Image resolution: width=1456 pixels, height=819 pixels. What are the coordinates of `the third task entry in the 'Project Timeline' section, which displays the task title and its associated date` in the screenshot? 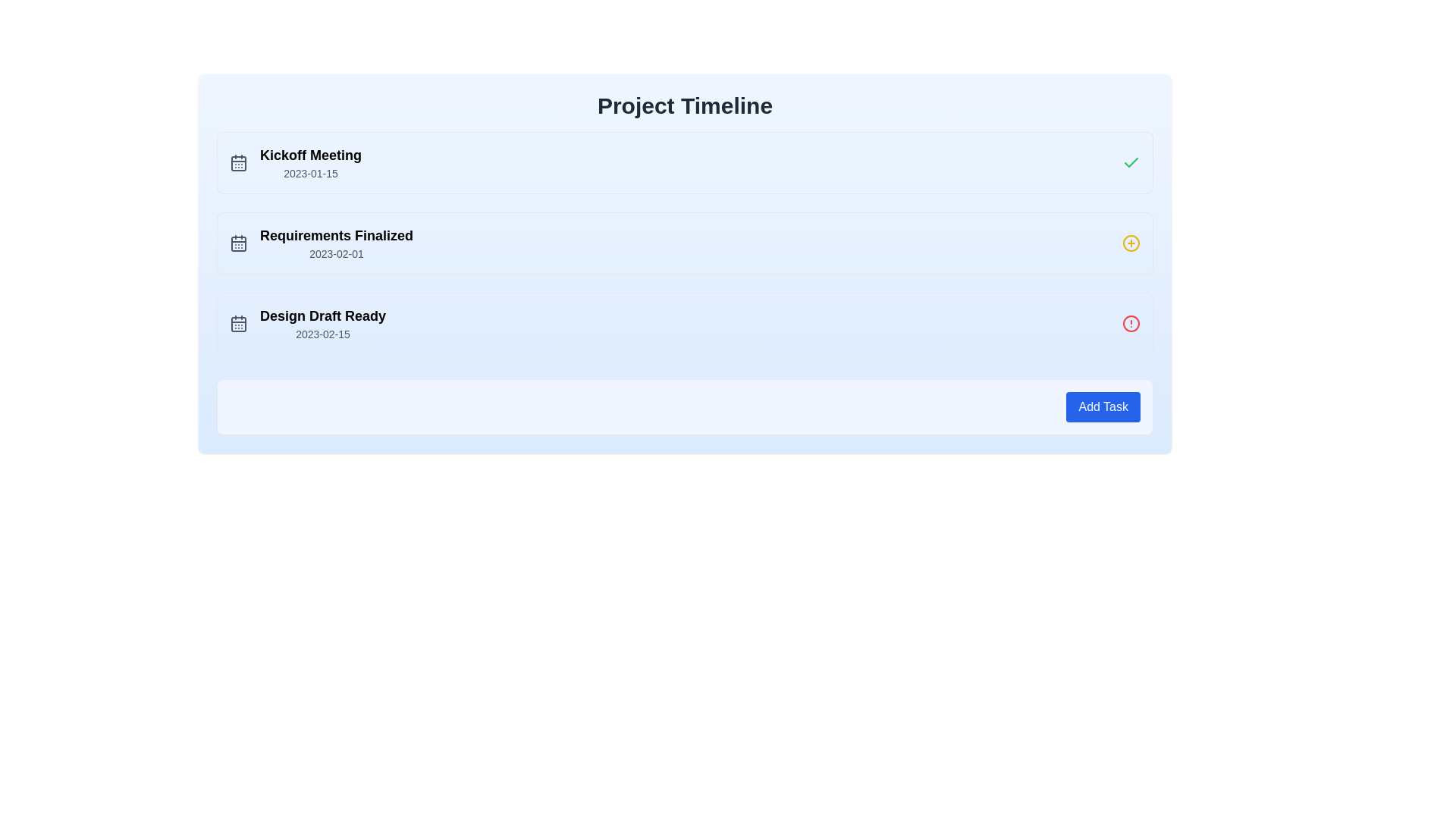 It's located at (322, 323).